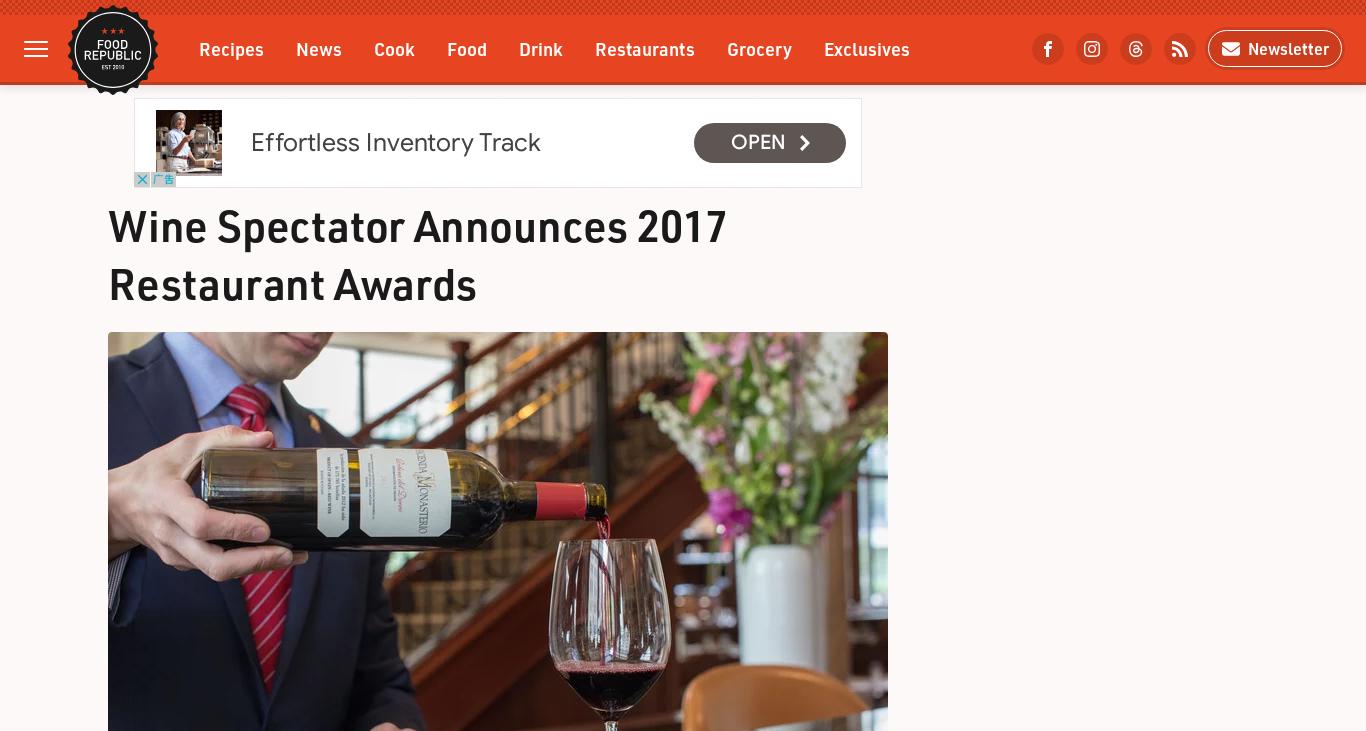 The image size is (1366, 731). Describe the element at coordinates (644, 47) in the screenshot. I see `'Restaurants'` at that location.